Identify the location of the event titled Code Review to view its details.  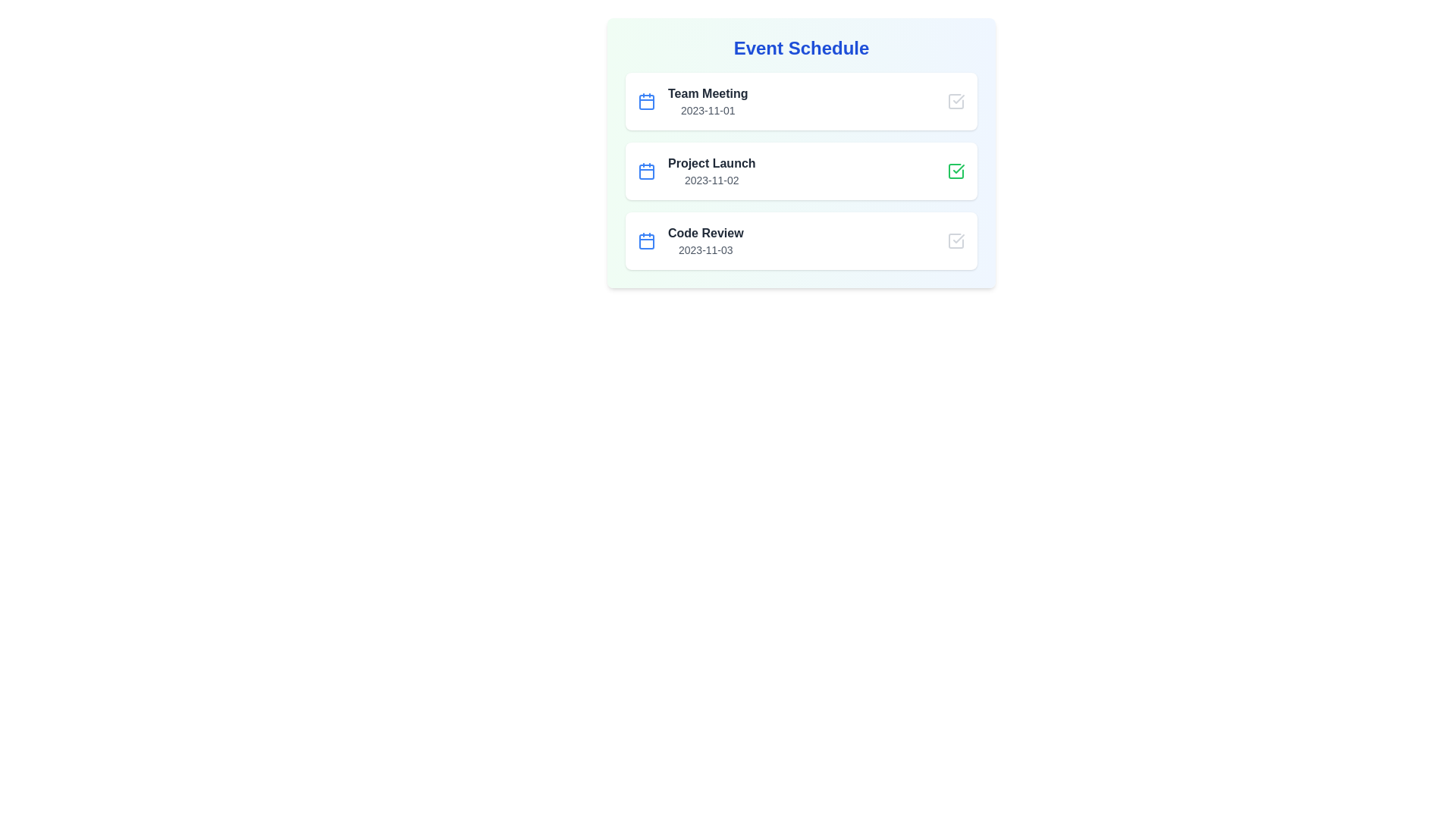
(704, 234).